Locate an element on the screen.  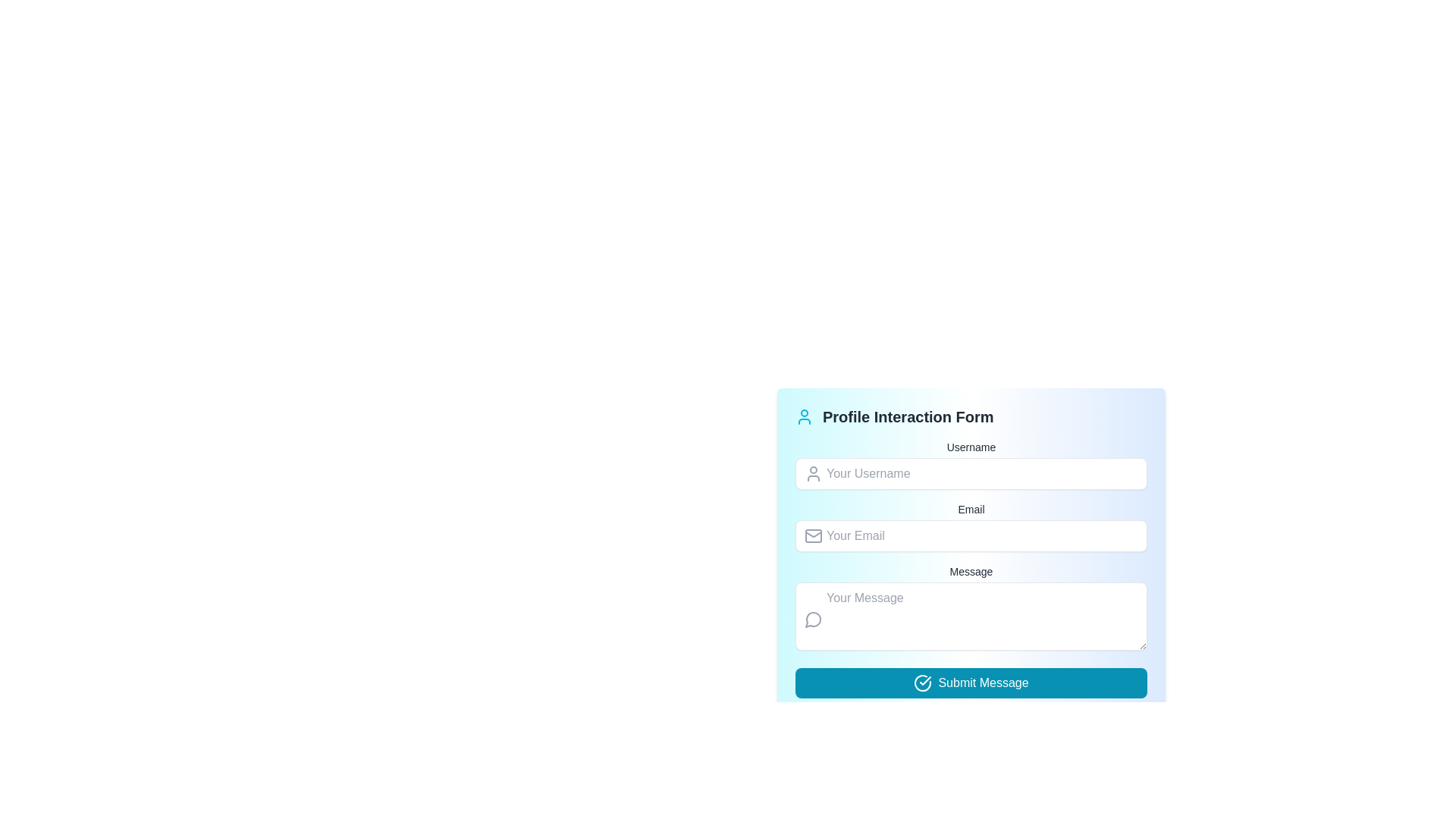
the chat or message bubble icon, which is gray in color and has a minimalist design, located to the left of the 'Your Message' text input field is located at coordinates (813, 619).